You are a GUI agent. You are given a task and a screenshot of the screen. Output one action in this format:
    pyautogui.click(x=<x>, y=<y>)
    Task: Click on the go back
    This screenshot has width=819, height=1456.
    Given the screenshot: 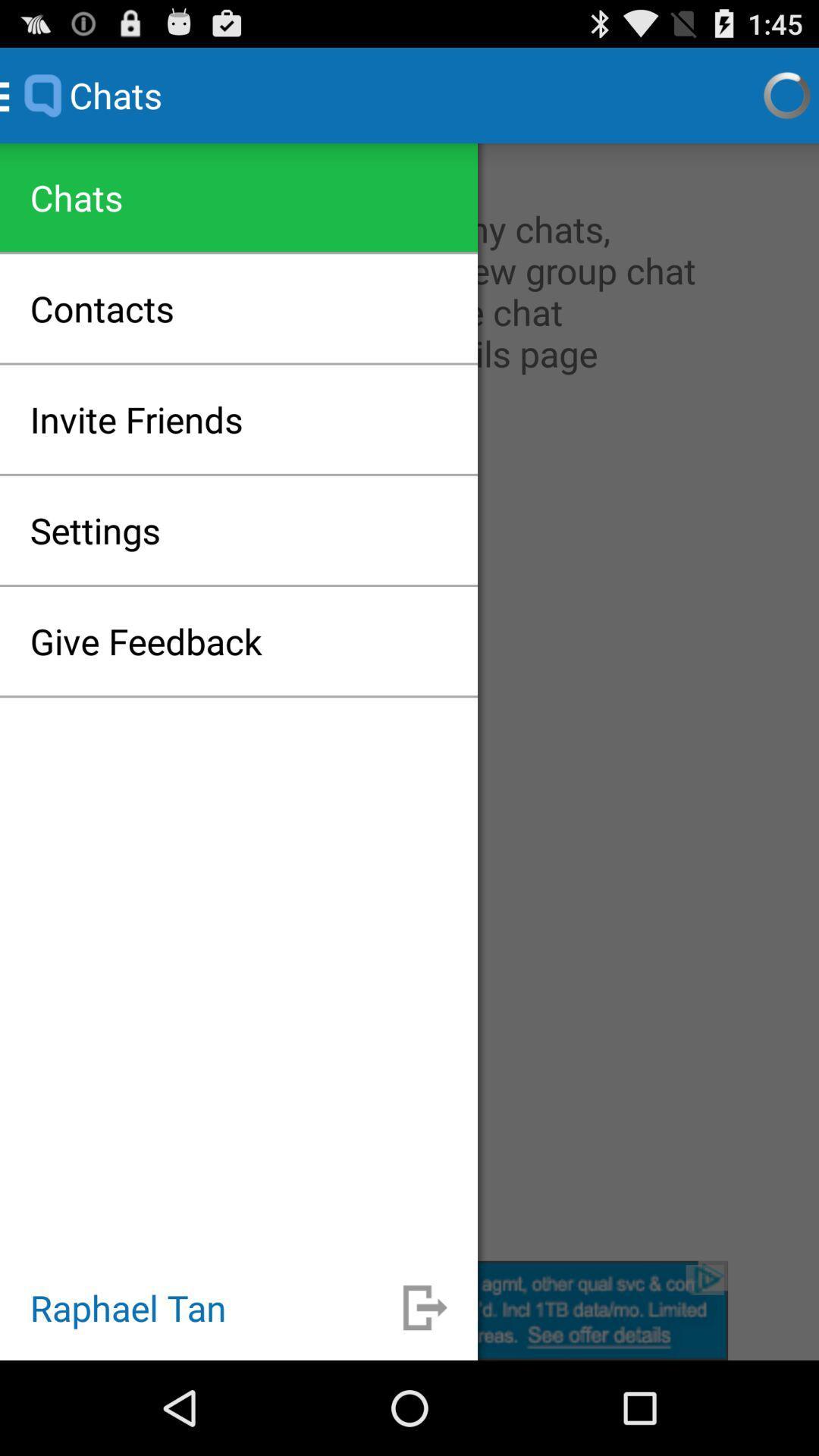 What is the action you would take?
    pyautogui.click(x=425, y=1307)
    